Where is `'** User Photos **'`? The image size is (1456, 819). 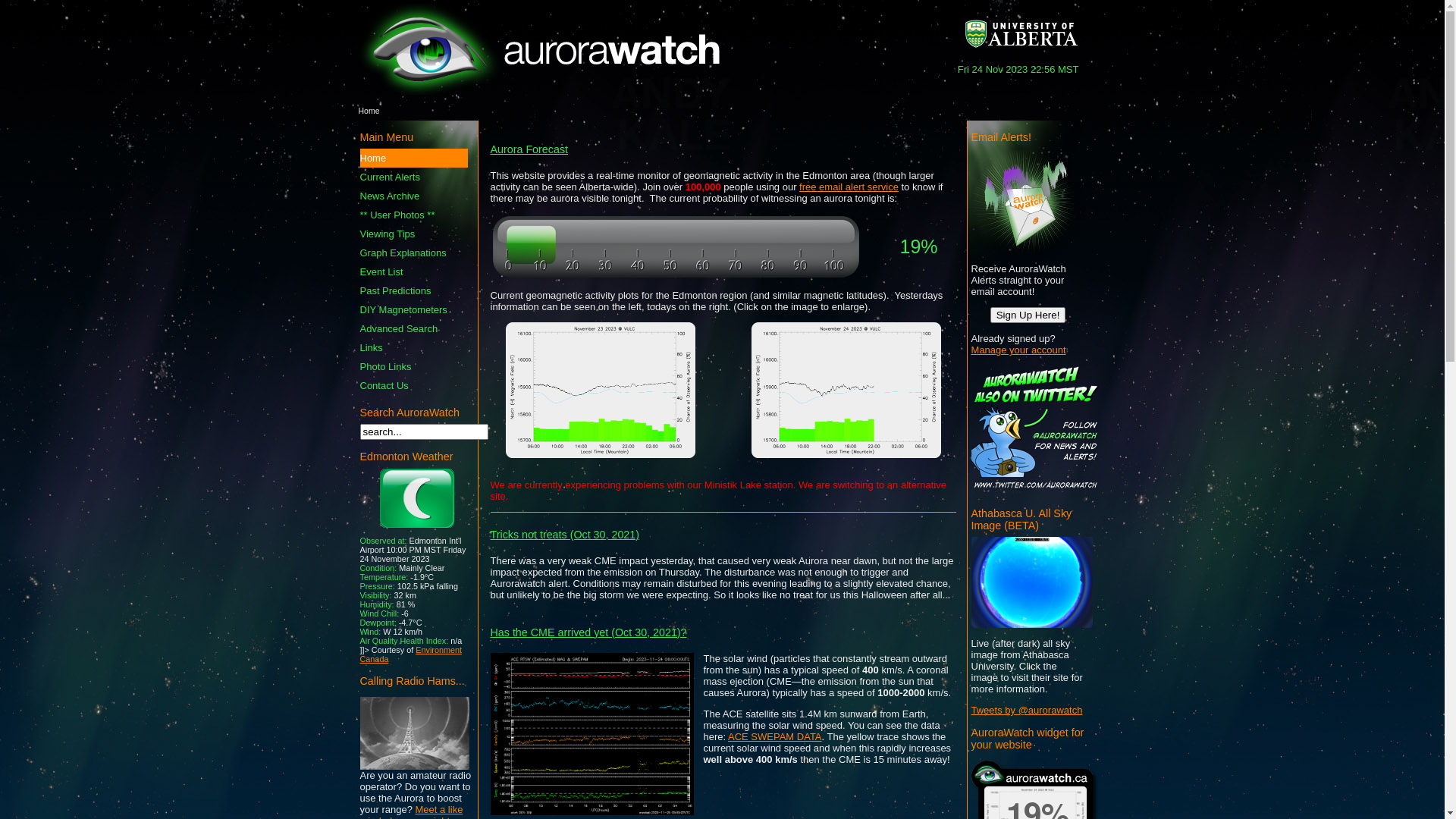 '** User Photos **' is located at coordinates (413, 215).